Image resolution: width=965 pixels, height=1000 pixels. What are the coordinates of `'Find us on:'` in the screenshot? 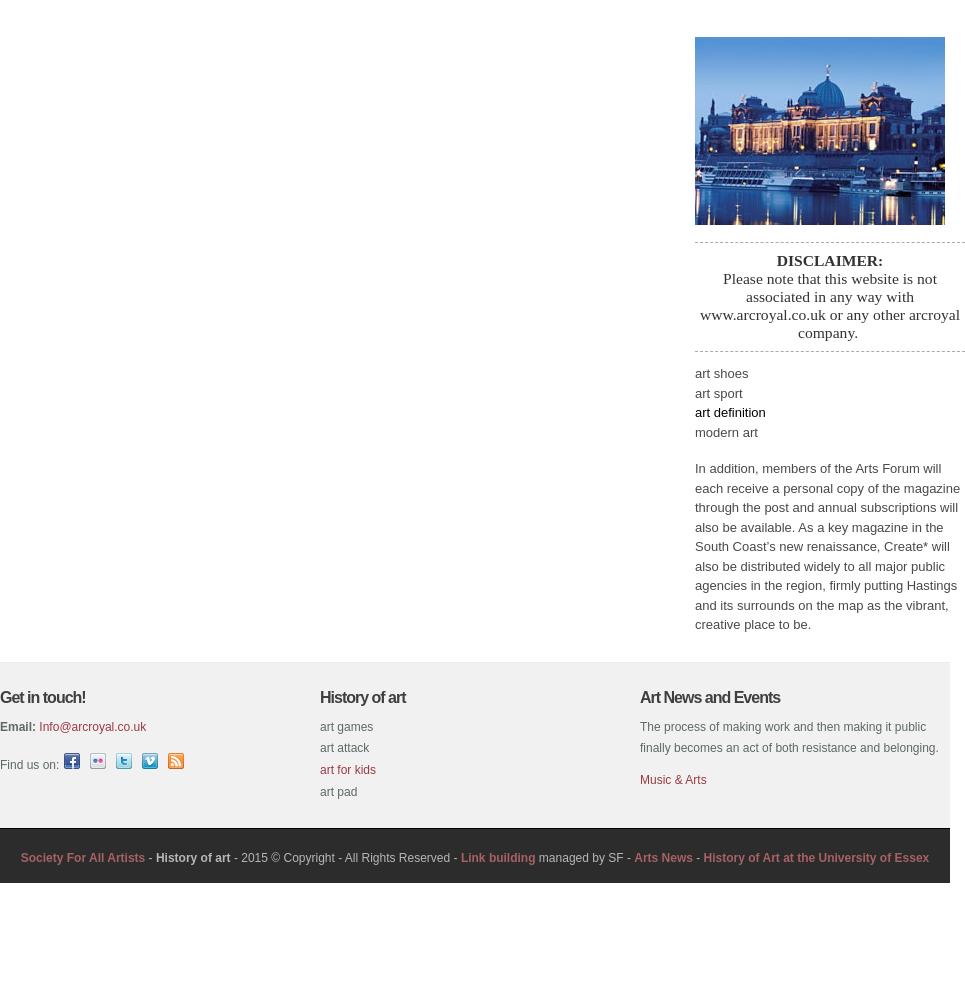 It's located at (28, 765).